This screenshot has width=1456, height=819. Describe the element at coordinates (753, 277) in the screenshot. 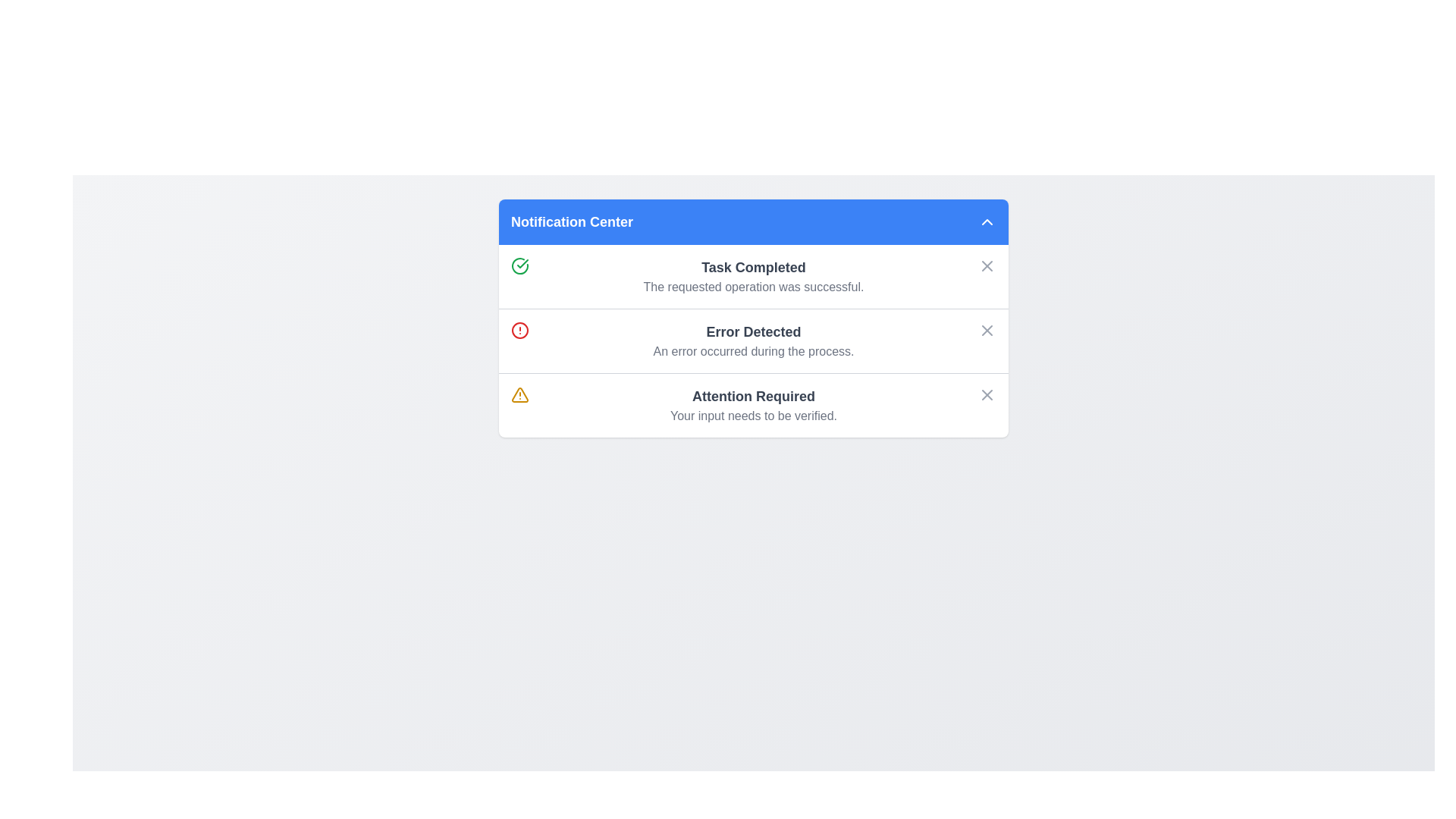

I see `text of the Notification entry located in the first notification block under the 'Notification Center' header, positioned between a green checkmark icon and a close button` at that location.